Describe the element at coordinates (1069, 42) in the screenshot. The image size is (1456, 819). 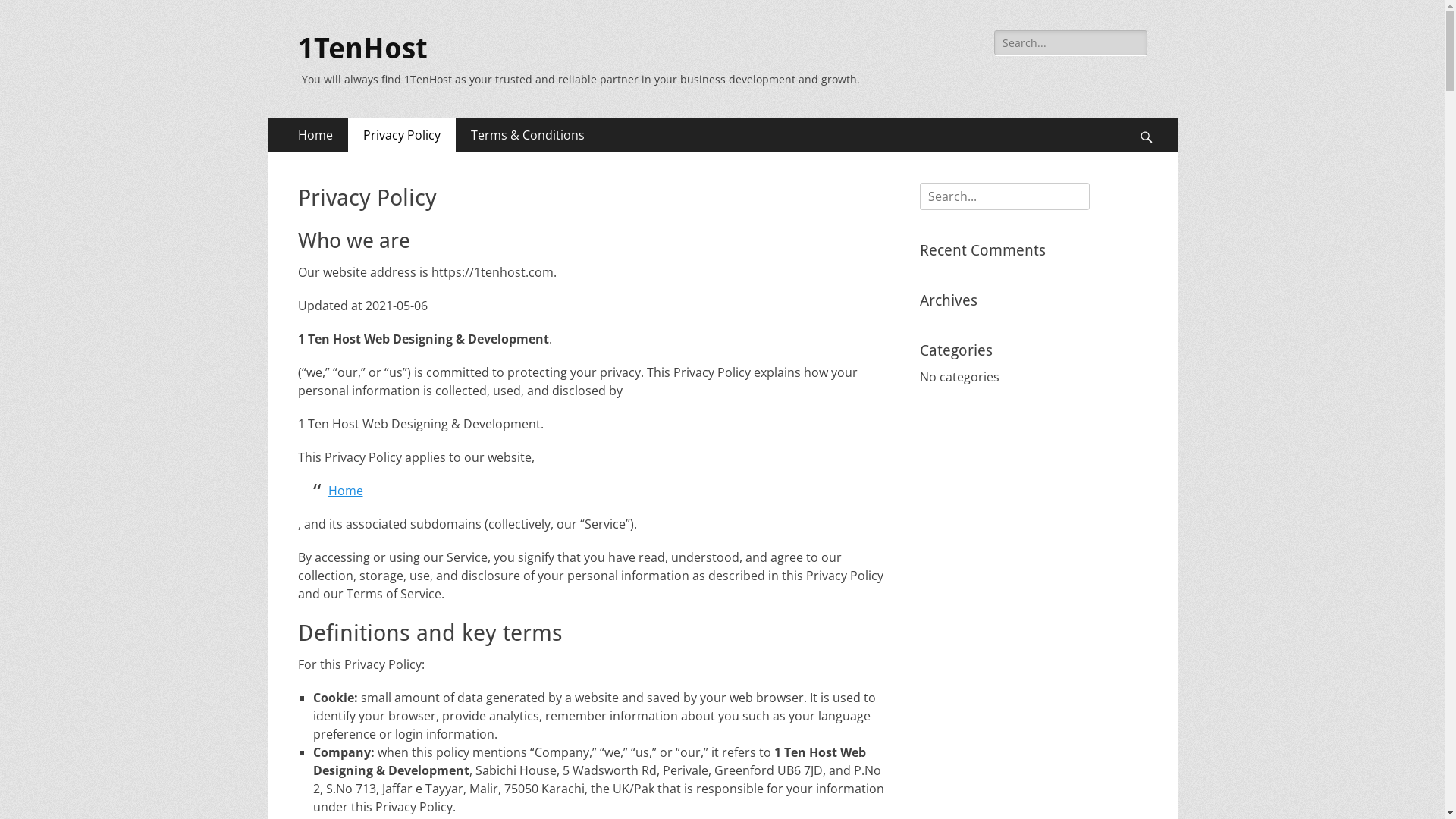
I see `'Search for:'` at that location.